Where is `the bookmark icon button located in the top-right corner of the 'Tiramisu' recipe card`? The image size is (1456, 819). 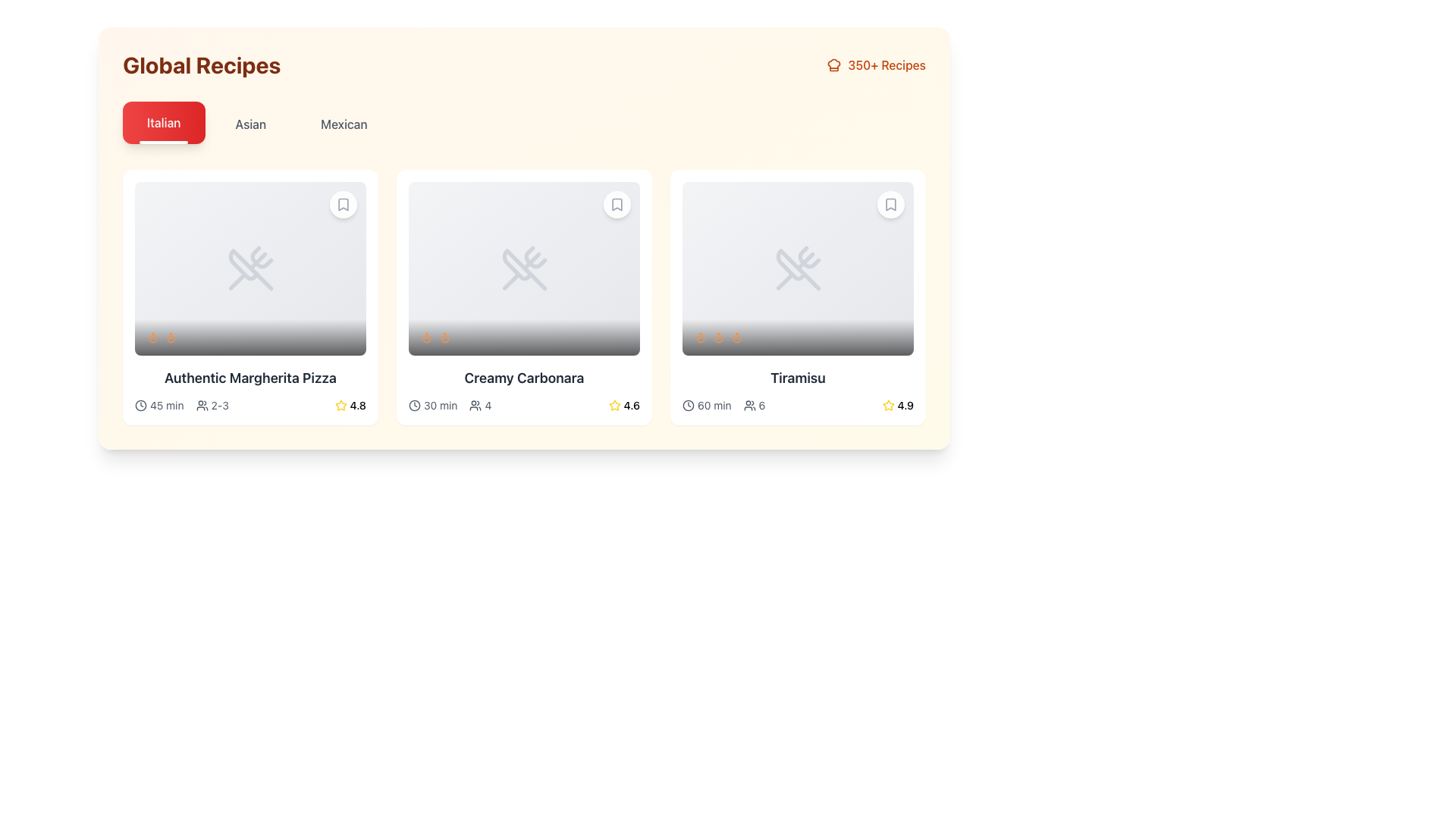 the bookmark icon button located in the top-right corner of the 'Tiramisu' recipe card is located at coordinates (891, 205).